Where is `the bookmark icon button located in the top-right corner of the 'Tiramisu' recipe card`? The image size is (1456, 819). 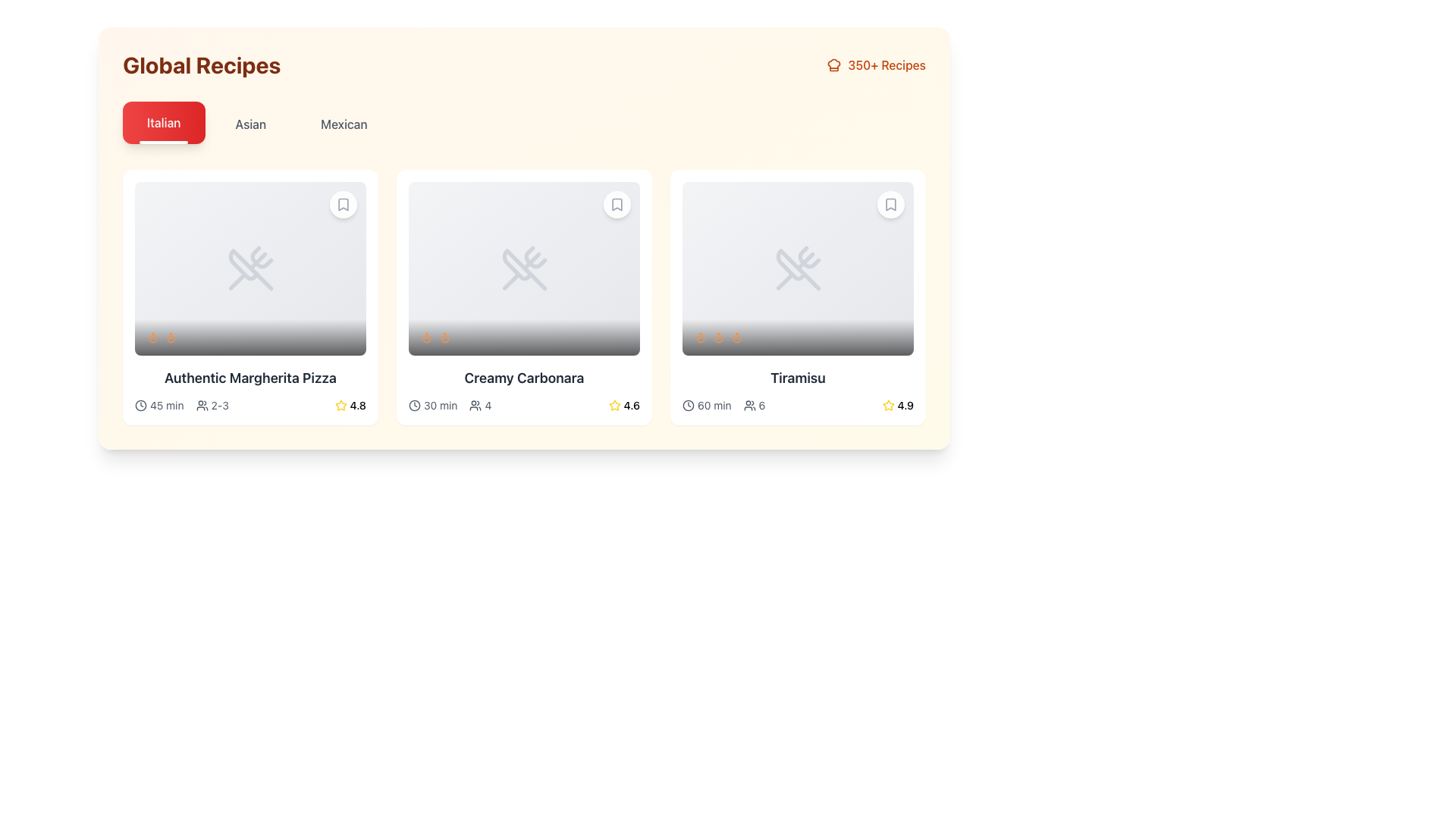 the bookmark icon button located in the top-right corner of the 'Tiramisu' recipe card is located at coordinates (891, 205).